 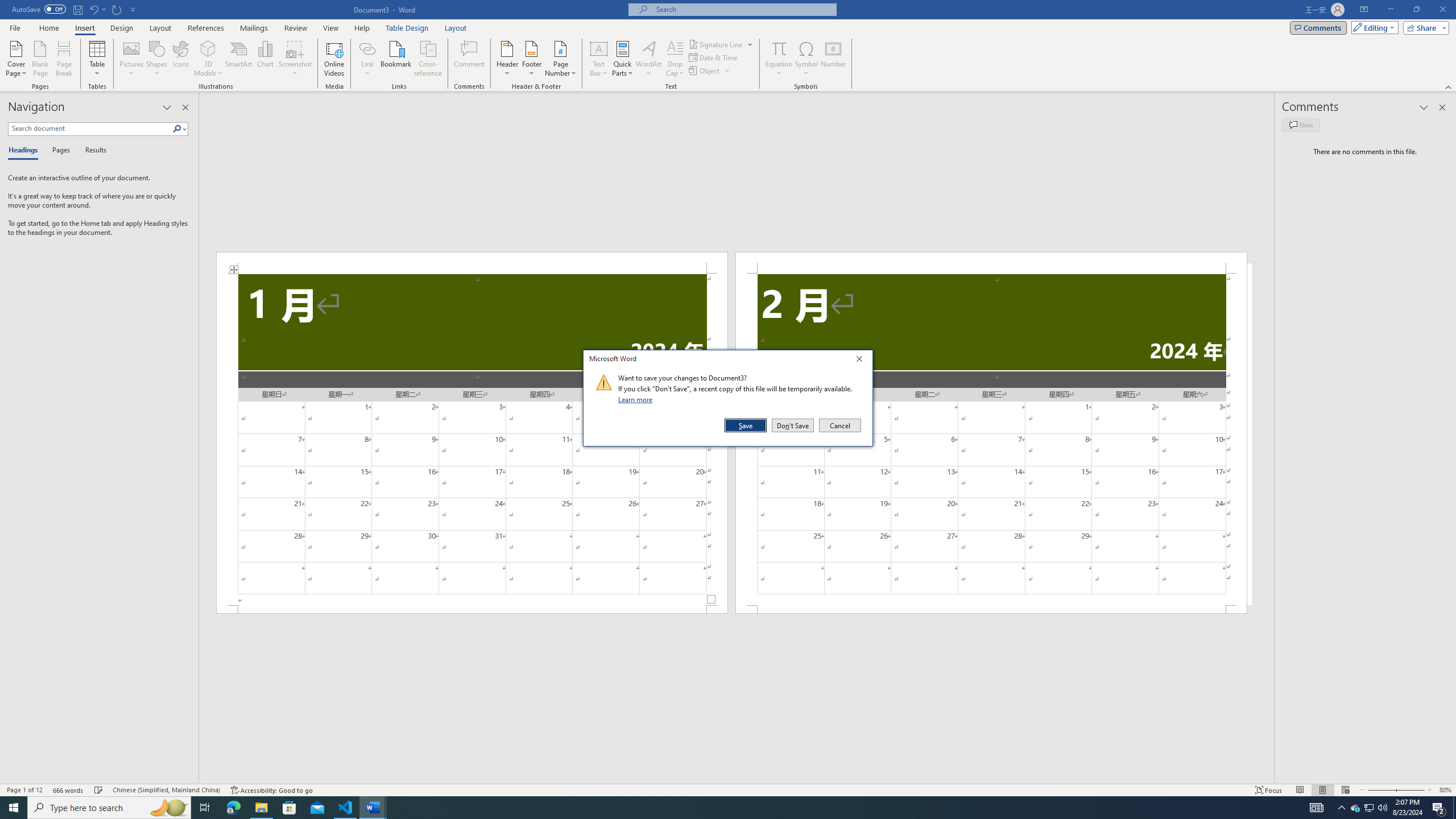 I want to click on 'Link', so click(x=367, y=48).